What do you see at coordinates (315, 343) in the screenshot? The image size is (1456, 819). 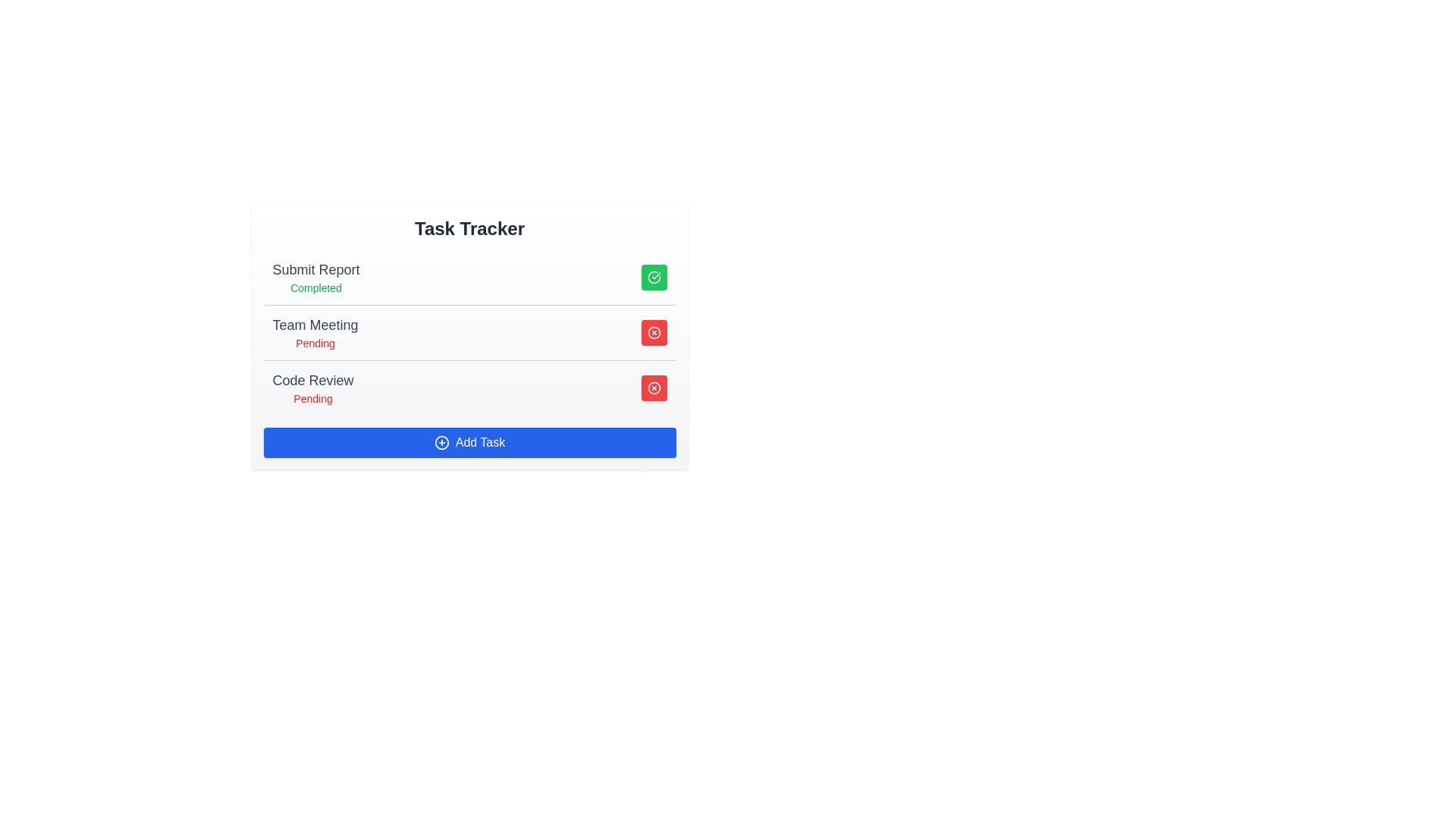 I see `the 'Pending' status indicator text label located beneath the 'Team Meeting' label in the task list interface` at bounding box center [315, 343].